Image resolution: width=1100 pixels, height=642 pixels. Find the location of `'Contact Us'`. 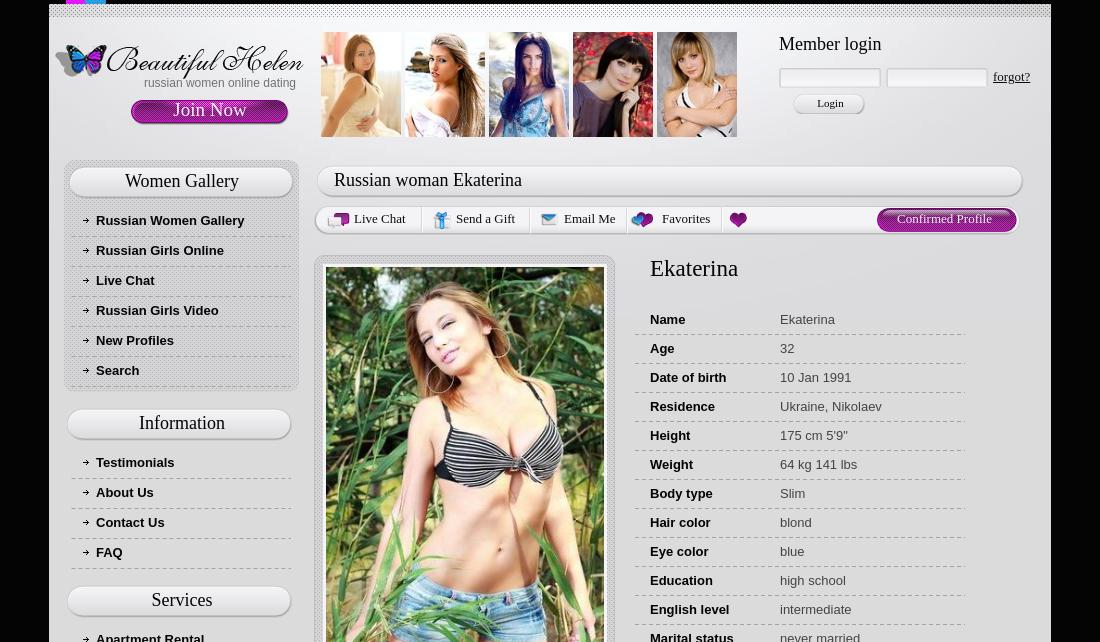

'Contact Us' is located at coordinates (130, 521).